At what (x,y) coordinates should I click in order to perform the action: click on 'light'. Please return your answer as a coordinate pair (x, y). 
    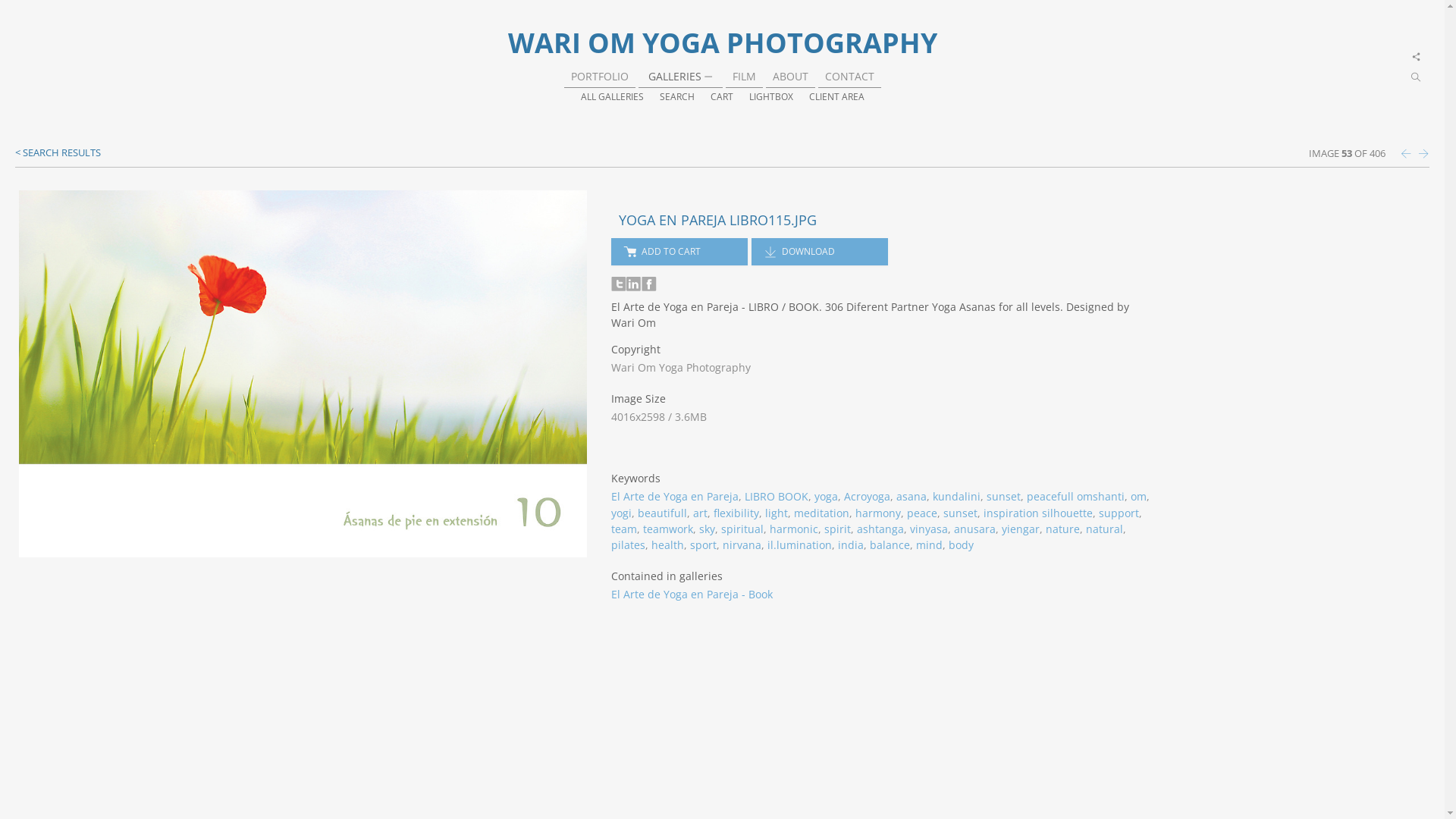
    Looking at the image, I should click on (776, 512).